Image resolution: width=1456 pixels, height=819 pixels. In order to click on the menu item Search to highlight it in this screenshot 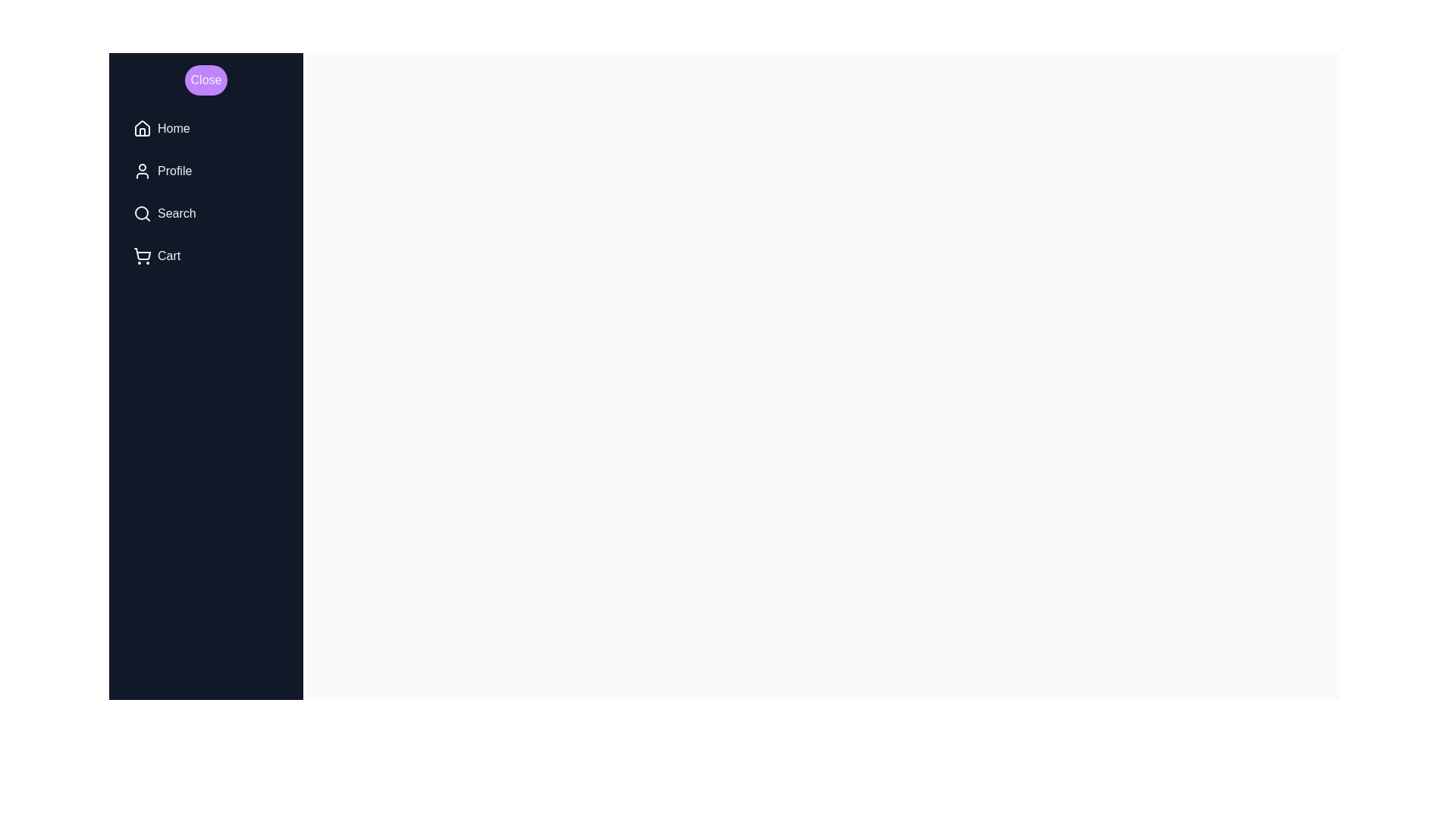, I will do `click(206, 213)`.